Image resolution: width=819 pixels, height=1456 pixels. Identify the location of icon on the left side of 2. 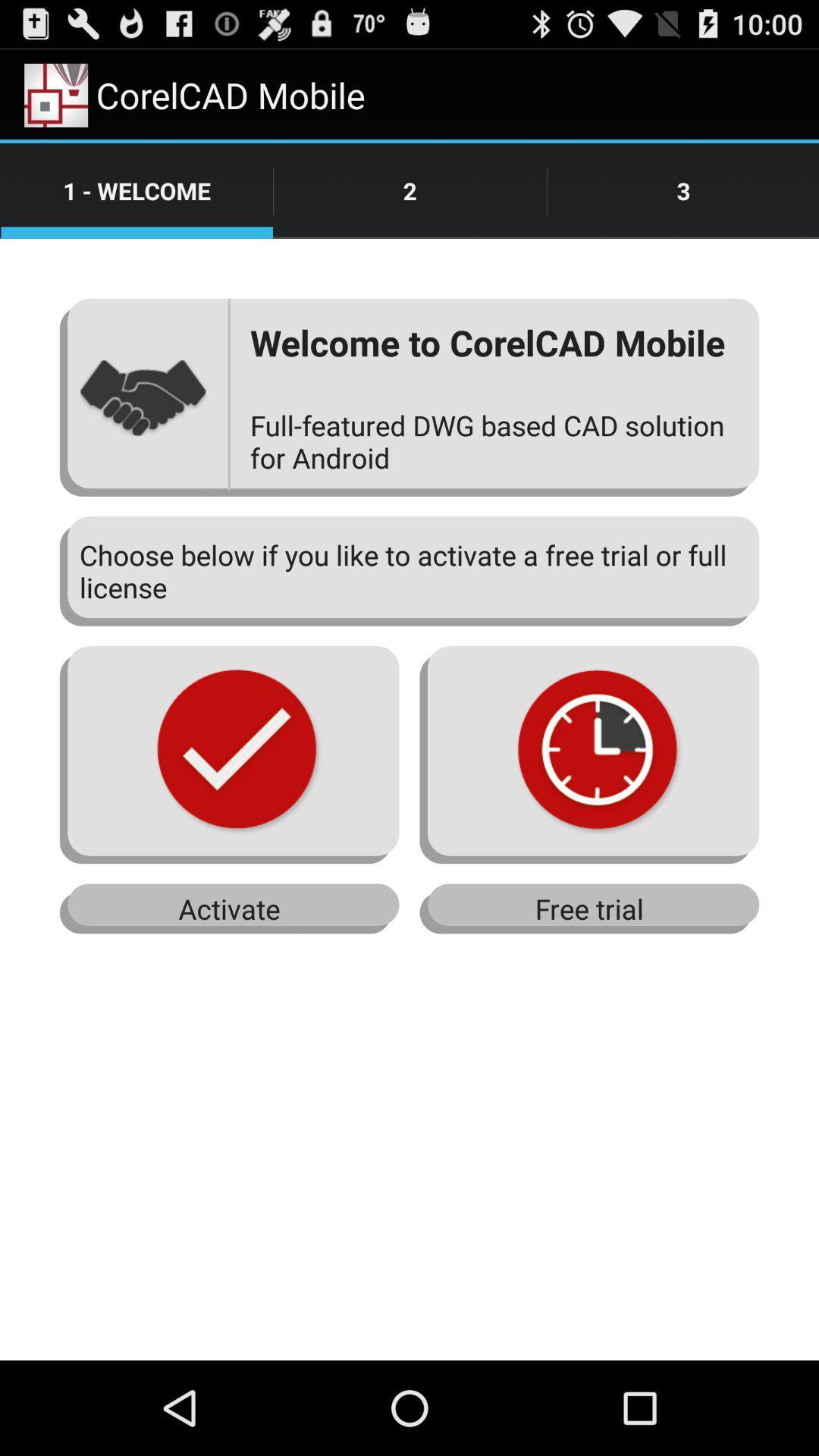
(137, 190).